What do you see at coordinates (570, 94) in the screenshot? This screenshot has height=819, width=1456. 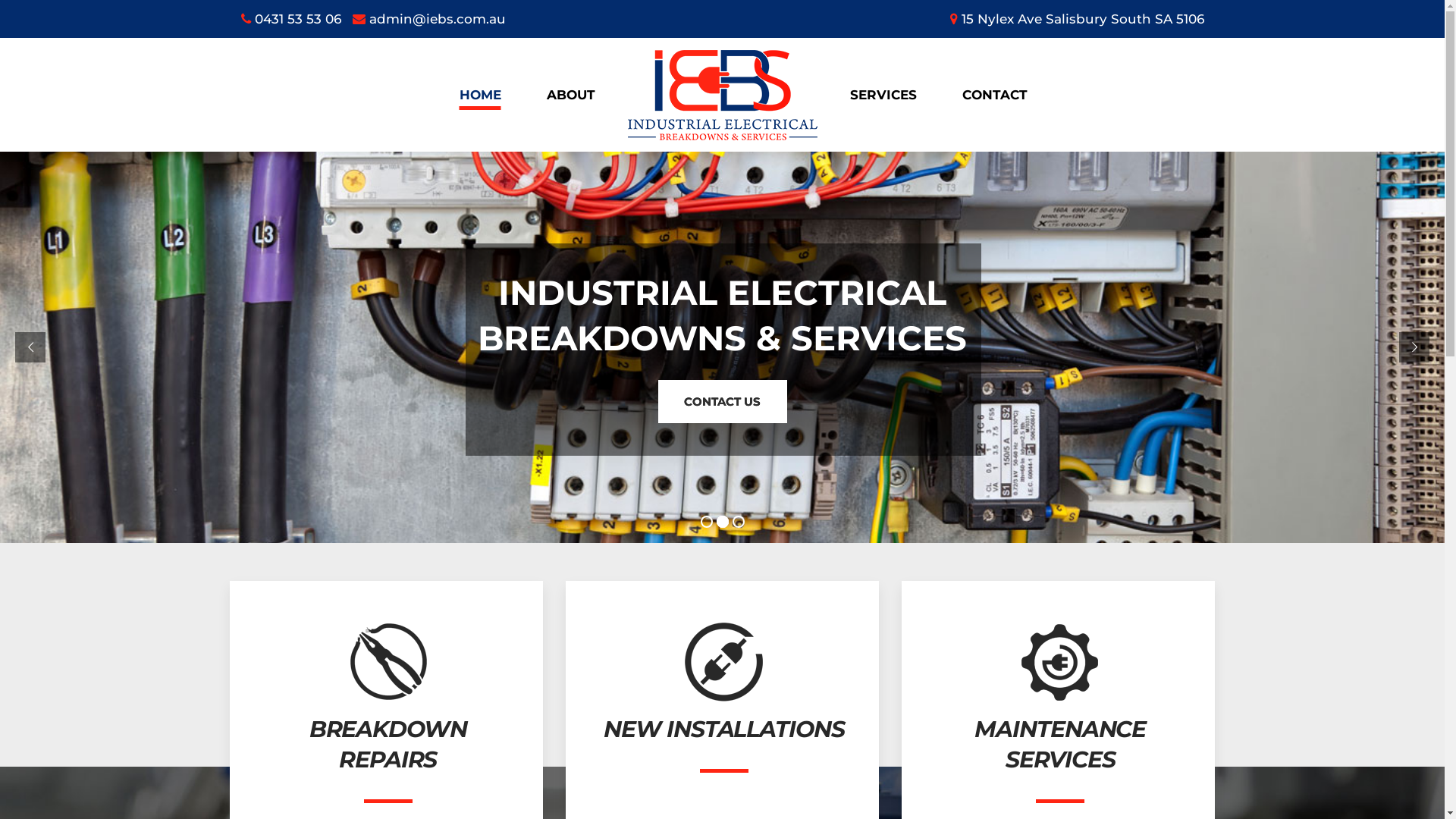 I see `'ABOUT'` at bounding box center [570, 94].